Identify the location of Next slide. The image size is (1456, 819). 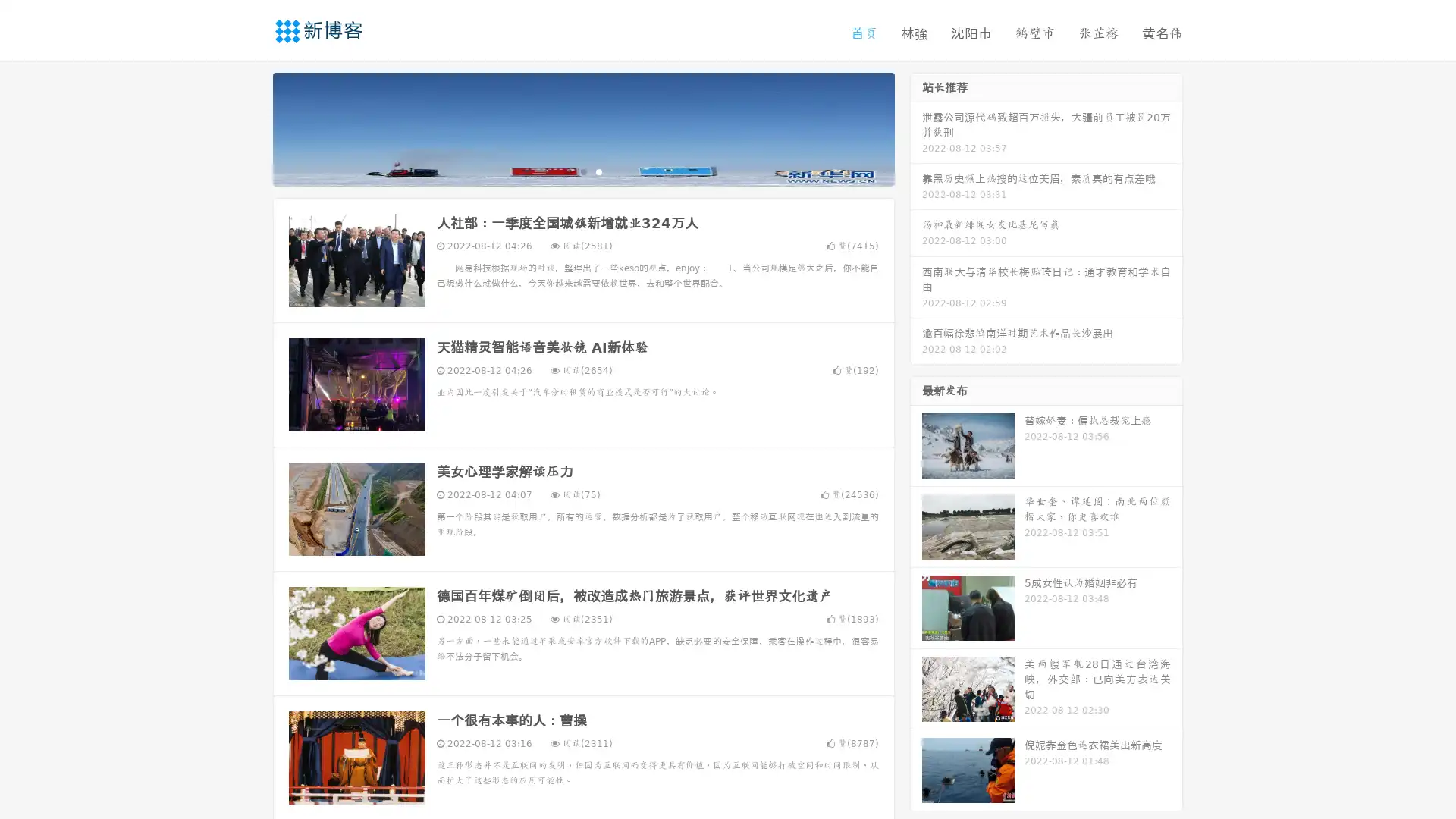
(916, 127).